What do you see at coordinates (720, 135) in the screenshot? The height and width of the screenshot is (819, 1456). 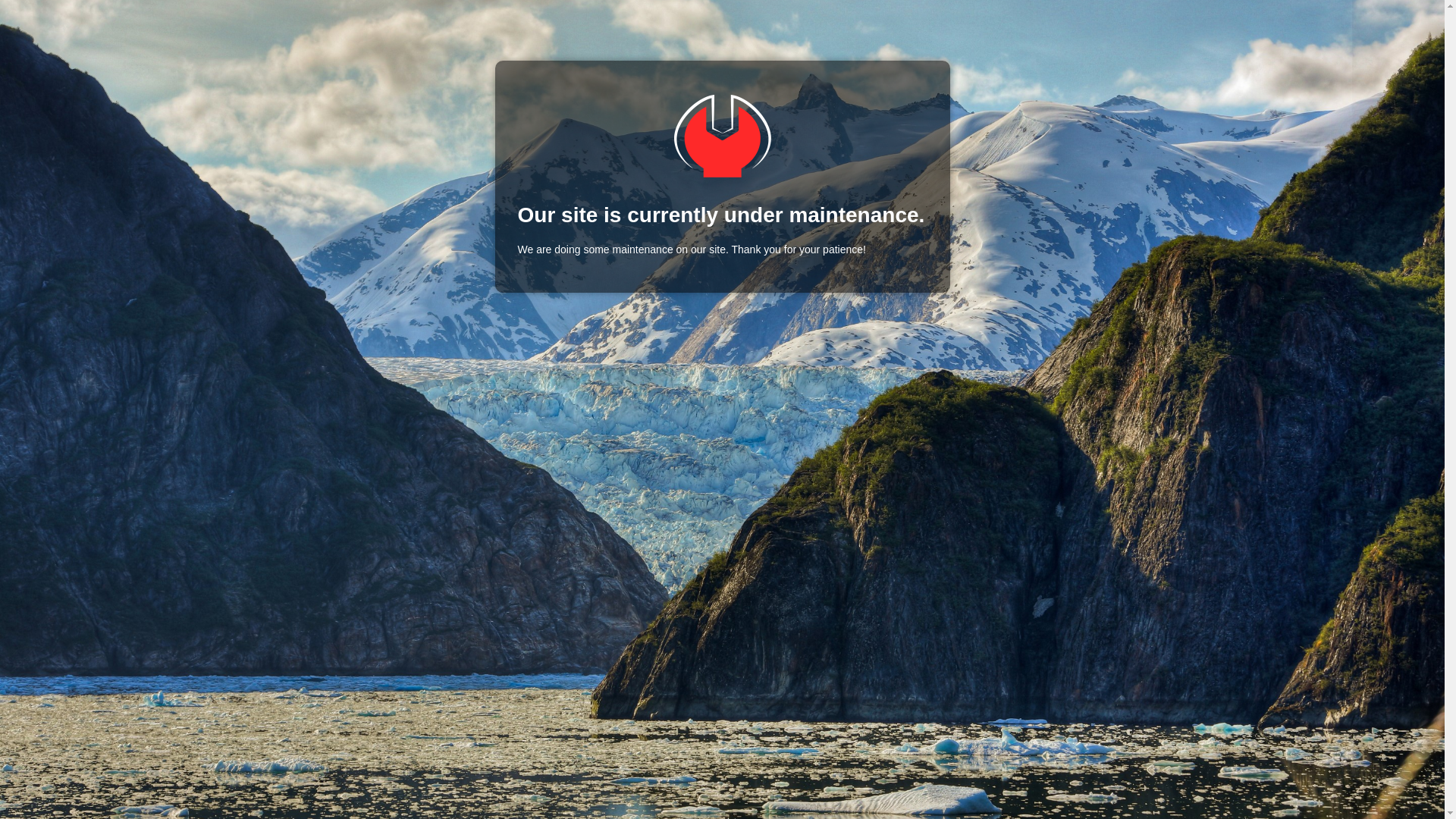 I see `'Medical Cannabis Doctors Clinic Melbourne'` at bounding box center [720, 135].